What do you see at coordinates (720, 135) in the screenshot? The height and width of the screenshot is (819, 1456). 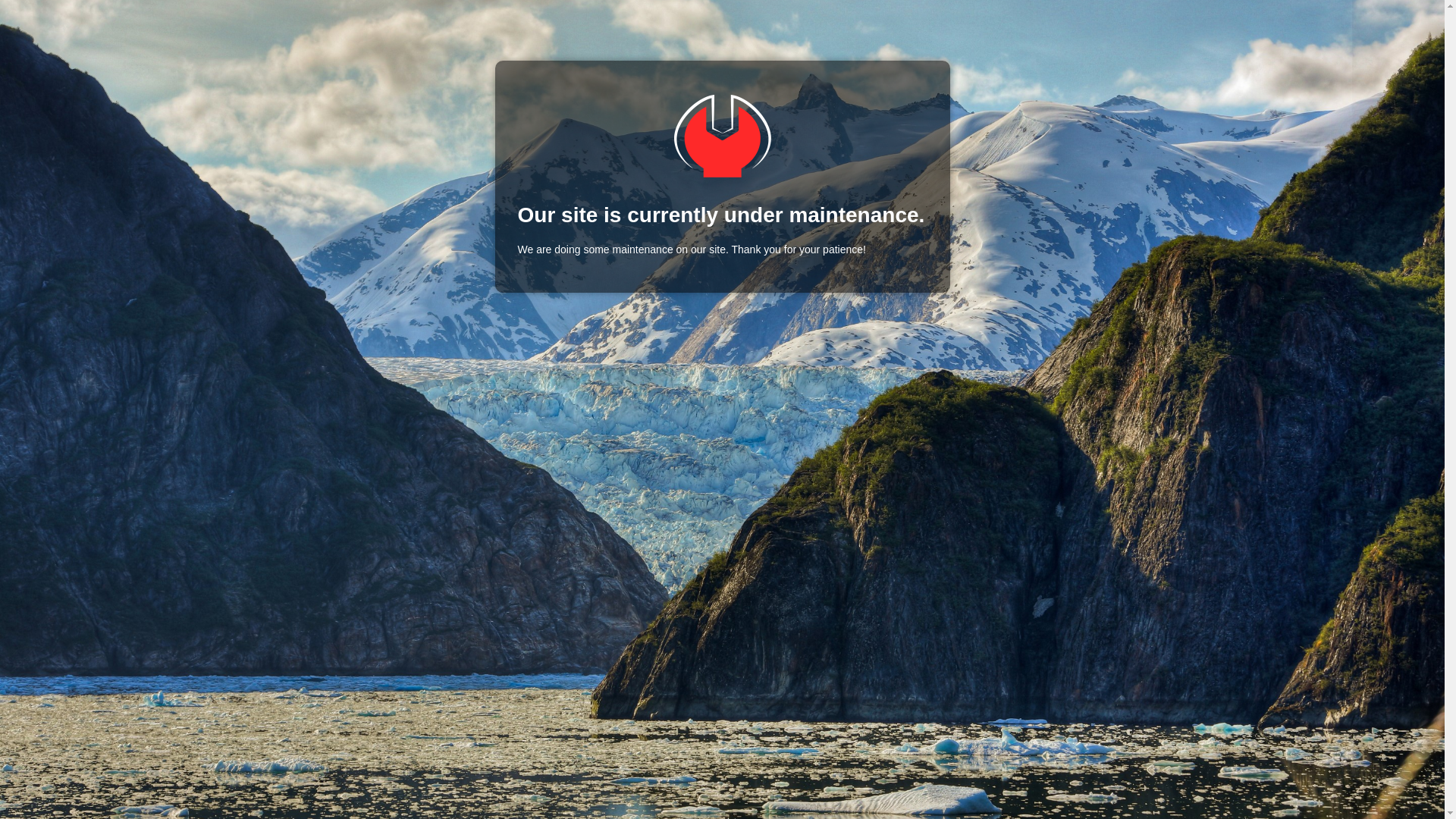 I see `'Medical Cannabis Doctors Clinic Melbourne'` at bounding box center [720, 135].